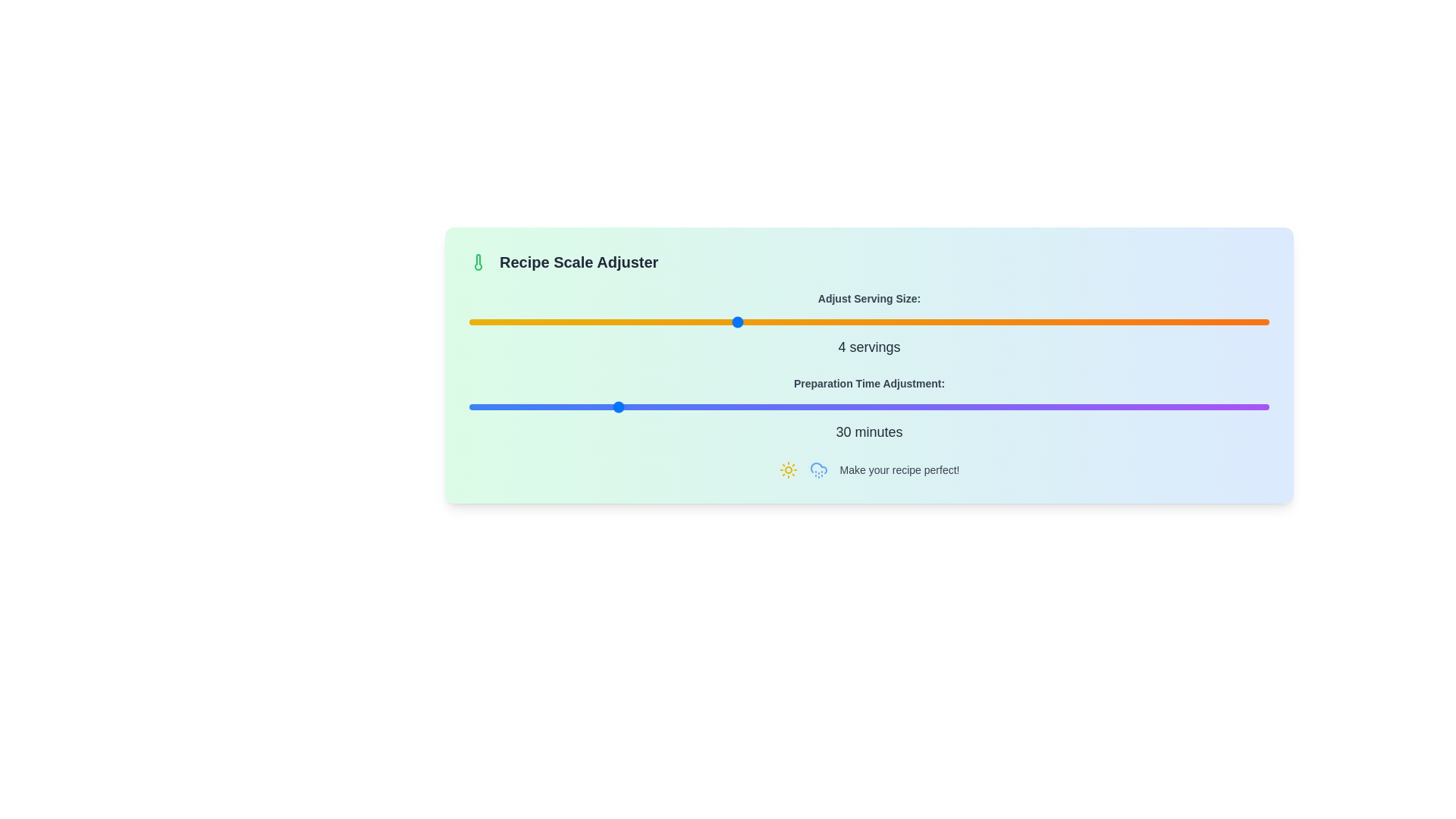 The image size is (1456, 819). Describe the element at coordinates (679, 406) in the screenshot. I see `the preparation time` at that location.